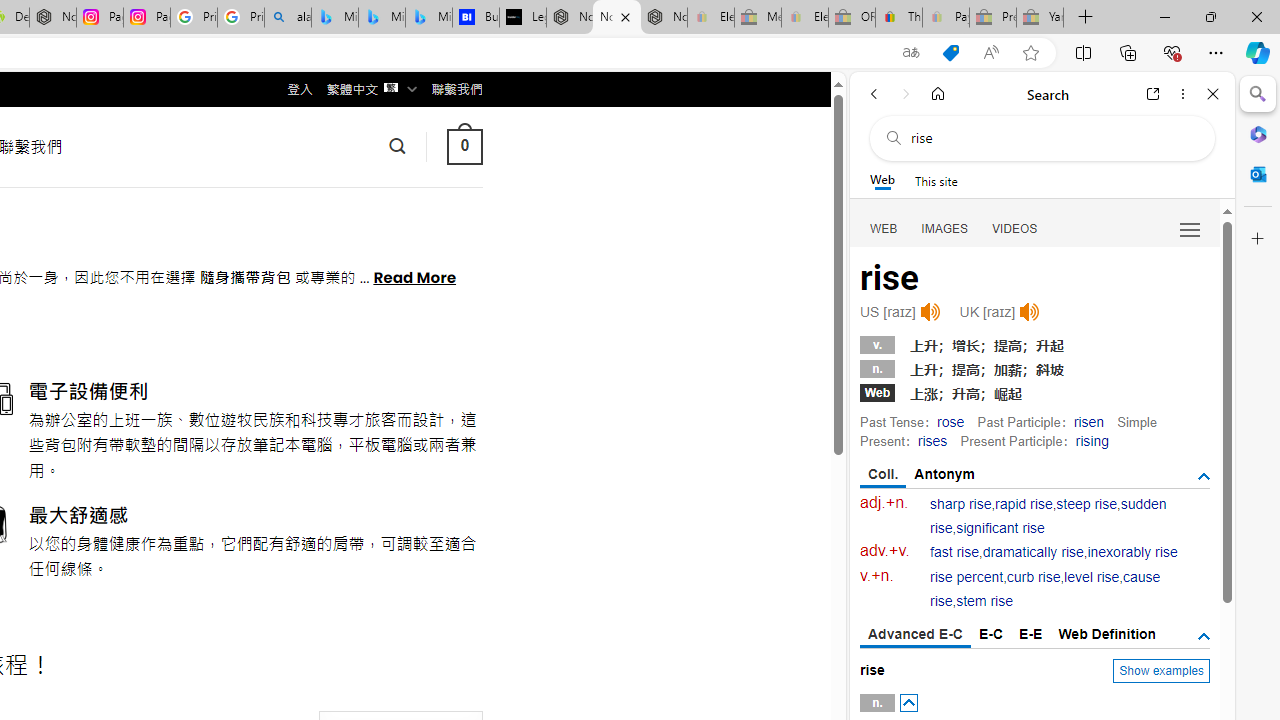 The image size is (1280, 720). What do you see at coordinates (1015, 227) in the screenshot?
I see `'Search Filter, VIDEOS'` at bounding box center [1015, 227].